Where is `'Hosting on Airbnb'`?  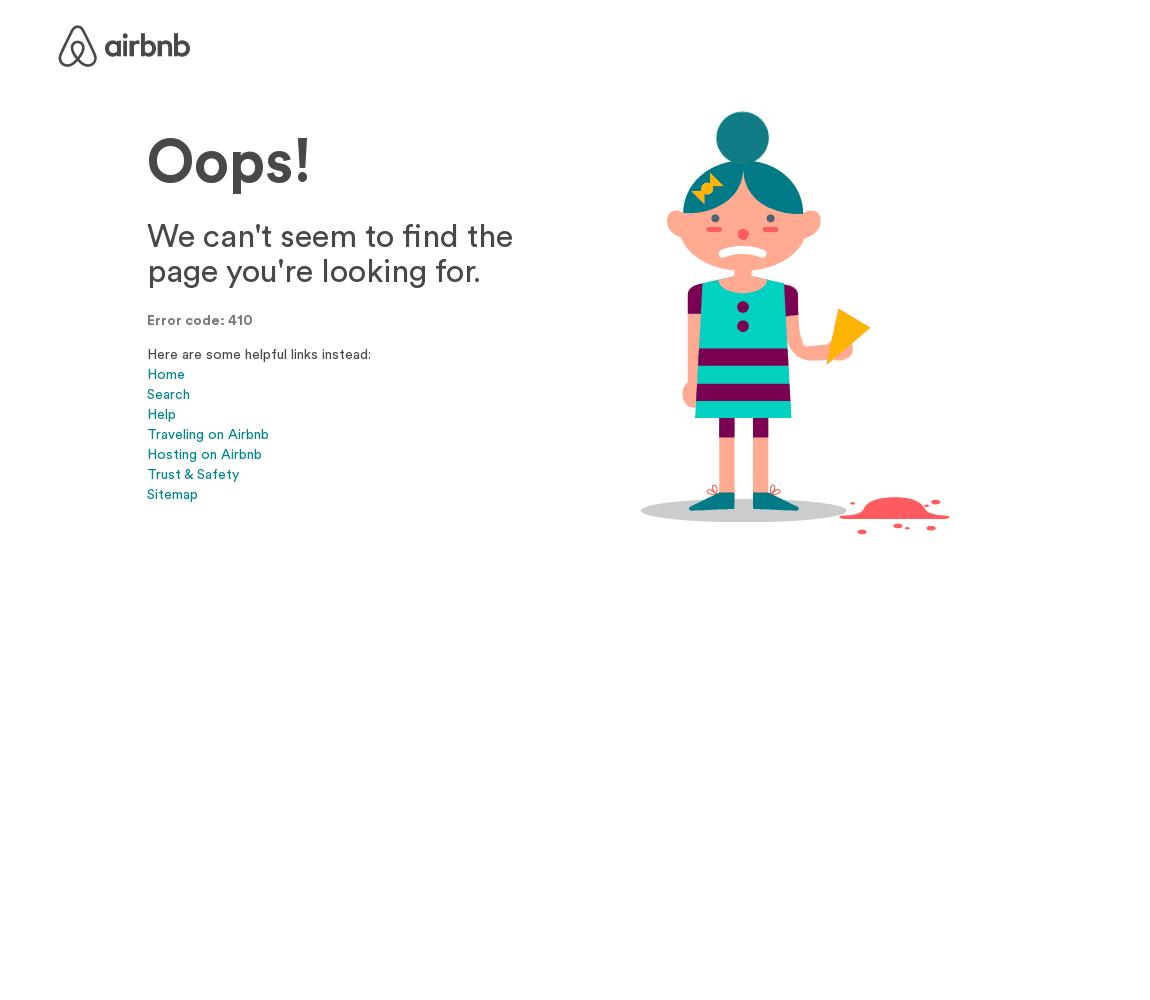 'Hosting on Airbnb' is located at coordinates (203, 452).